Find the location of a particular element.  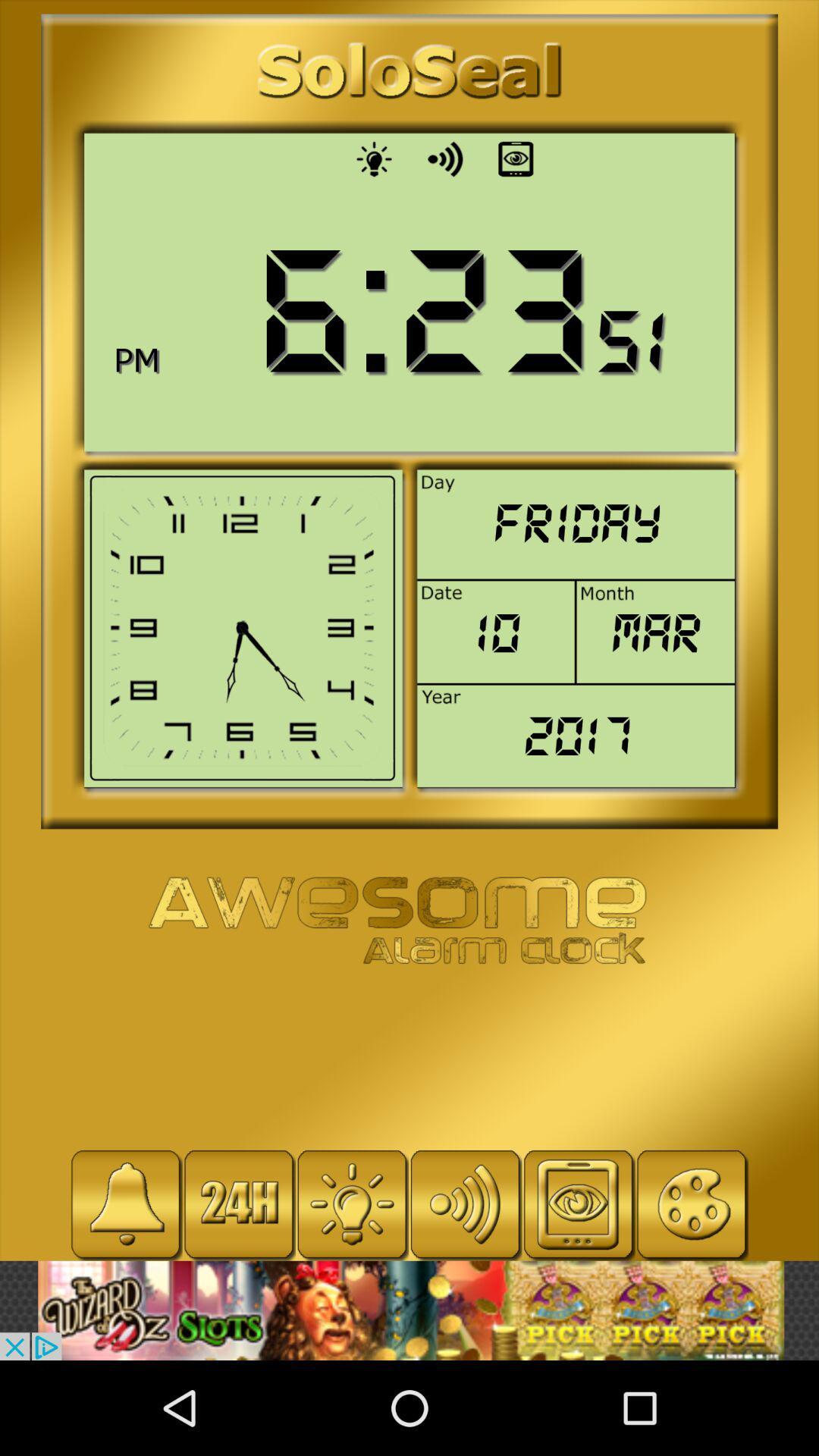

the icon right to 24h is located at coordinates (352, 1203).